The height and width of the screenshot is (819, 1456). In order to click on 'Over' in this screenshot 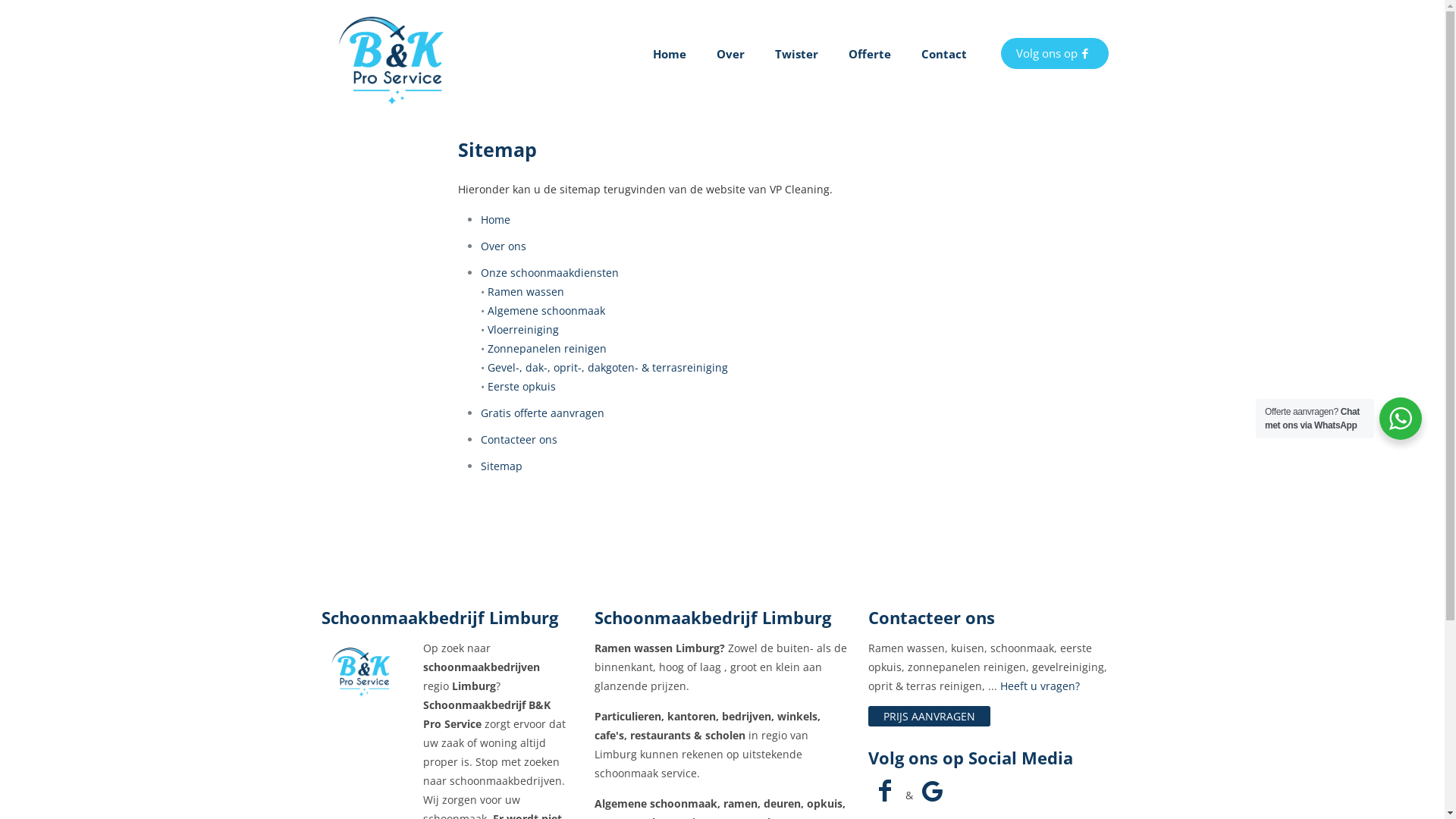, I will do `click(730, 52)`.